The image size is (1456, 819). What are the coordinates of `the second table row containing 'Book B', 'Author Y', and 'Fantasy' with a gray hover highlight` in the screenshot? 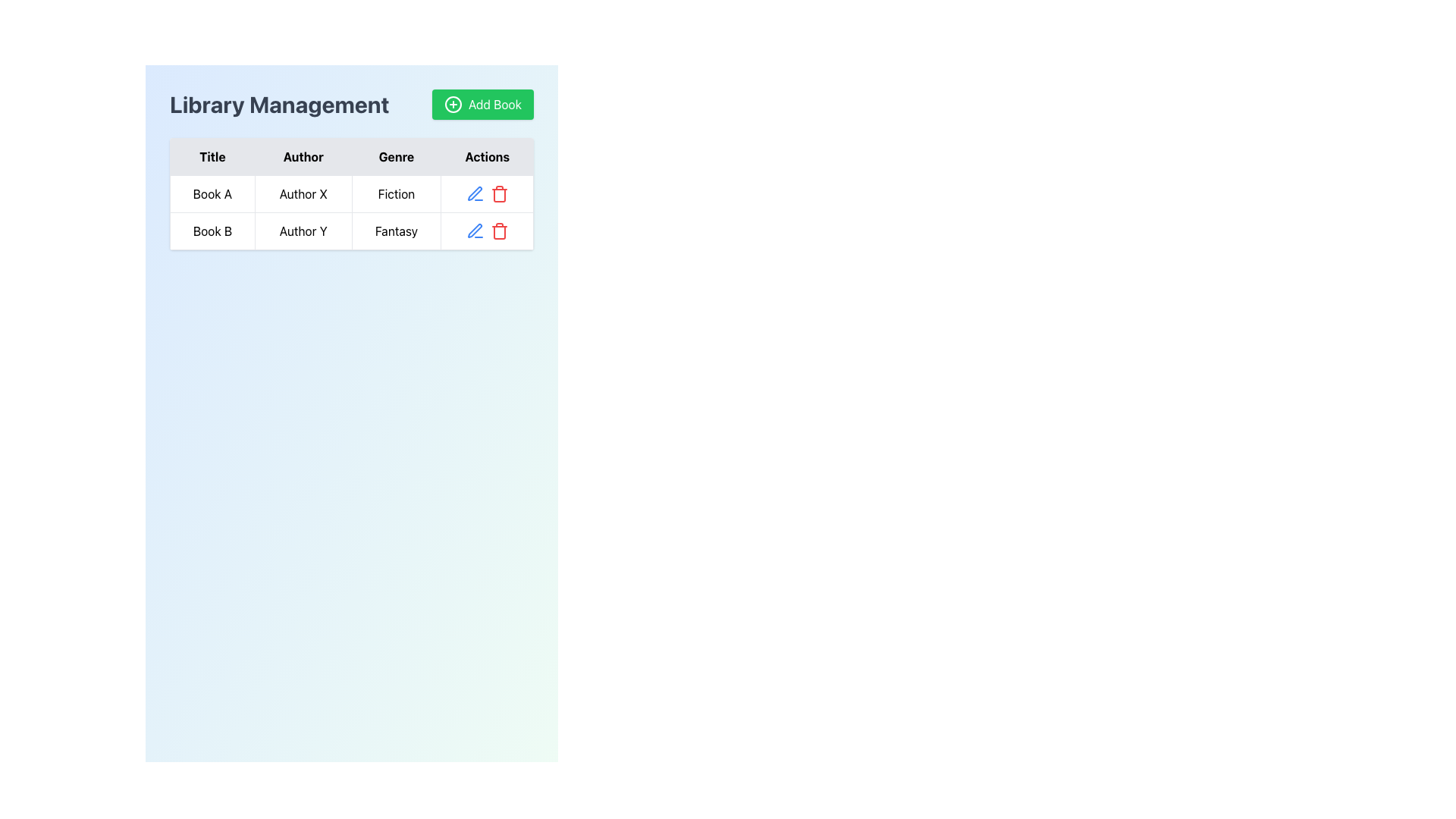 It's located at (351, 231).